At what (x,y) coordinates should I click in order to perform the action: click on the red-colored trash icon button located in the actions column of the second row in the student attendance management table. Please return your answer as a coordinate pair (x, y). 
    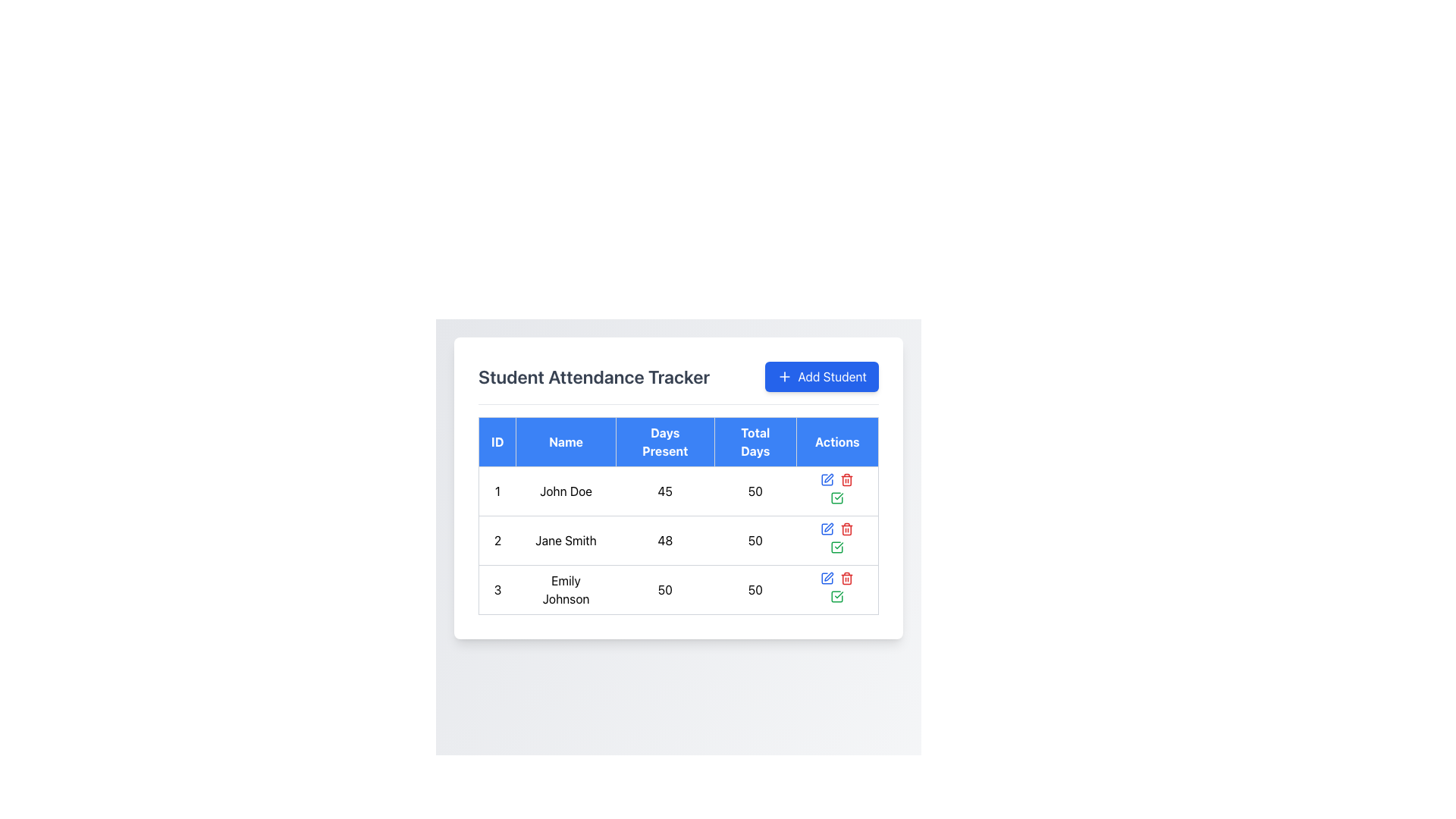
    Looking at the image, I should click on (846, 529).